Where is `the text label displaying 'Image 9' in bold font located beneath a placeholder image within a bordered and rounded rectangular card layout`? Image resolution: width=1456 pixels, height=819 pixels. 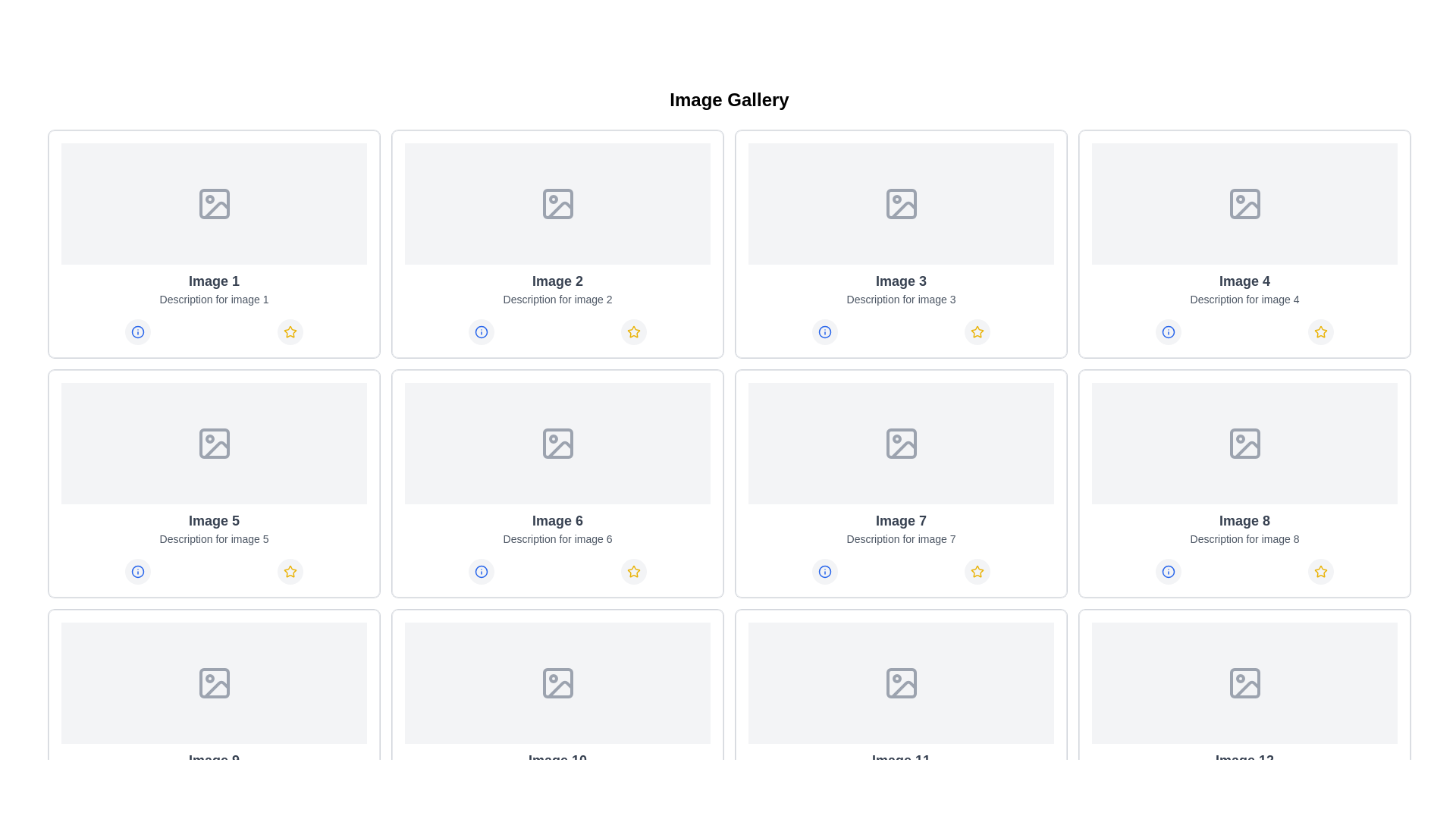
the text label displaying 'Image 9' in bold font located beneath a placeholder image within a bordered and rounded rectangular card layout is located at coordinates (213, 760).